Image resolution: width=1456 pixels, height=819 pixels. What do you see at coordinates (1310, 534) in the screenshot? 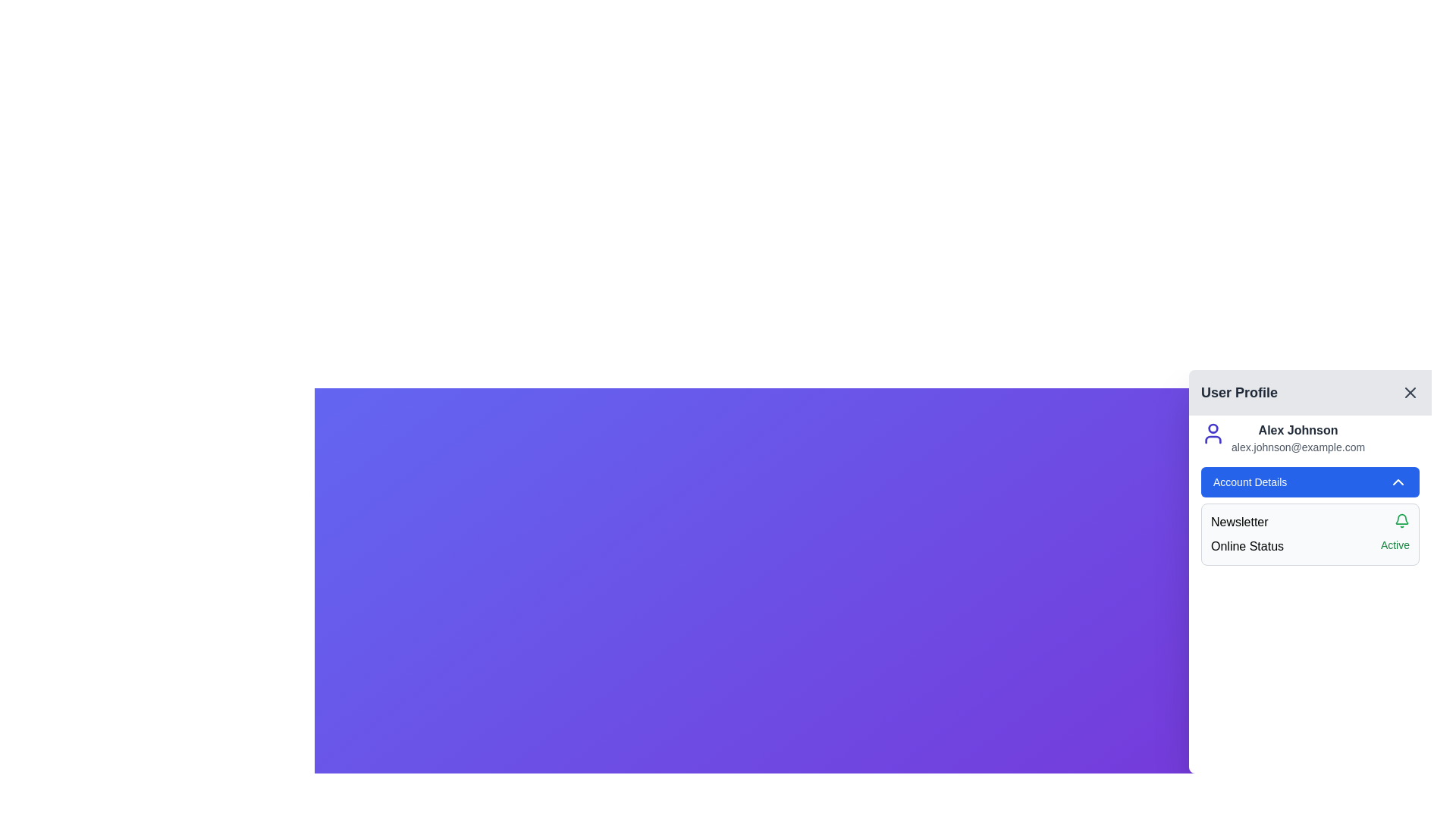
I see `information provided in the Informational panel located in the Account Details section, which includes labels for 'Newsletter' and 'Online Status' with their respective icons and statuses` at bounding box center [1310, 534].